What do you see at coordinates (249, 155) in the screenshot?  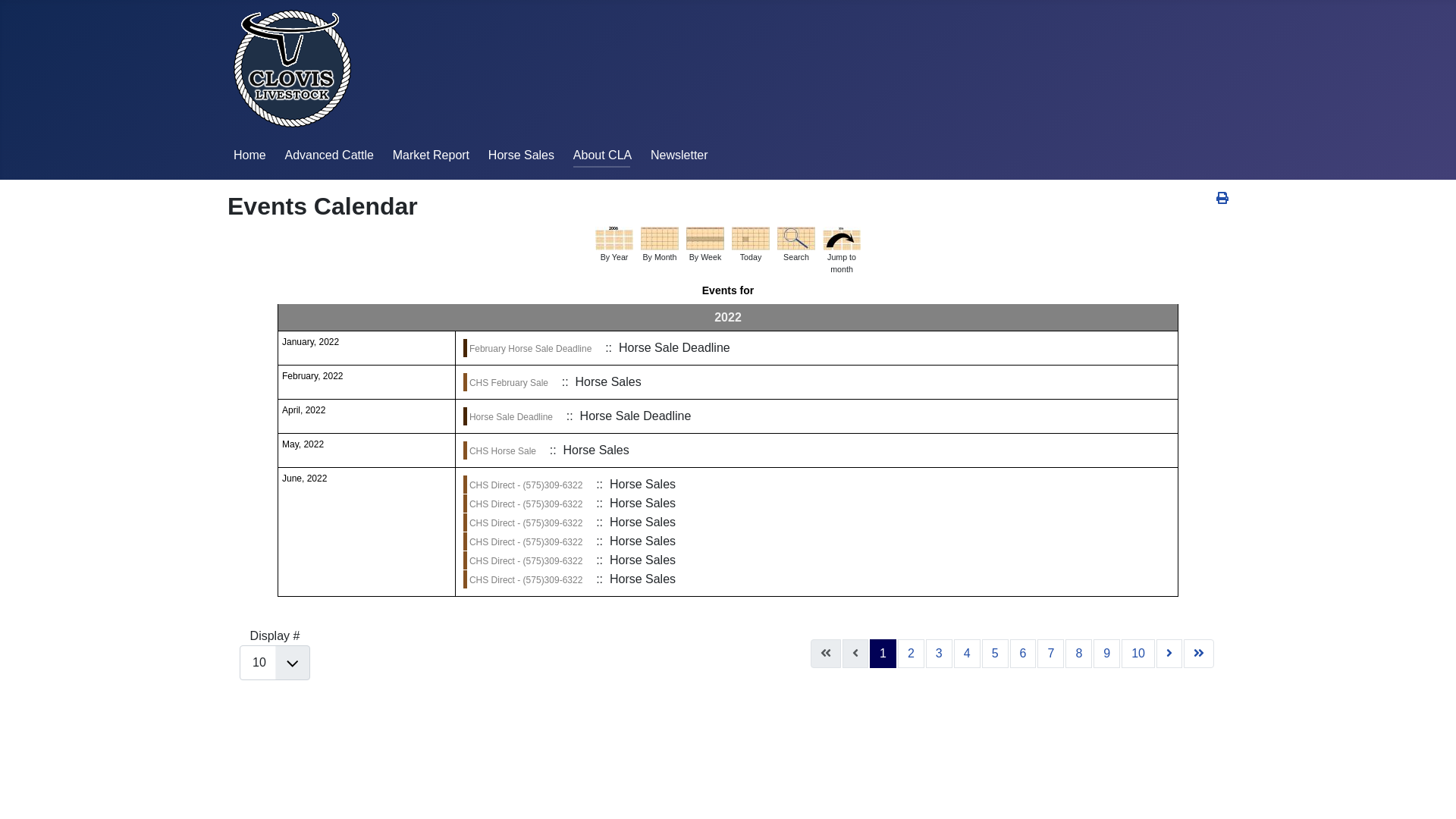 I see `'Home'` at bounding box center [249, 155].